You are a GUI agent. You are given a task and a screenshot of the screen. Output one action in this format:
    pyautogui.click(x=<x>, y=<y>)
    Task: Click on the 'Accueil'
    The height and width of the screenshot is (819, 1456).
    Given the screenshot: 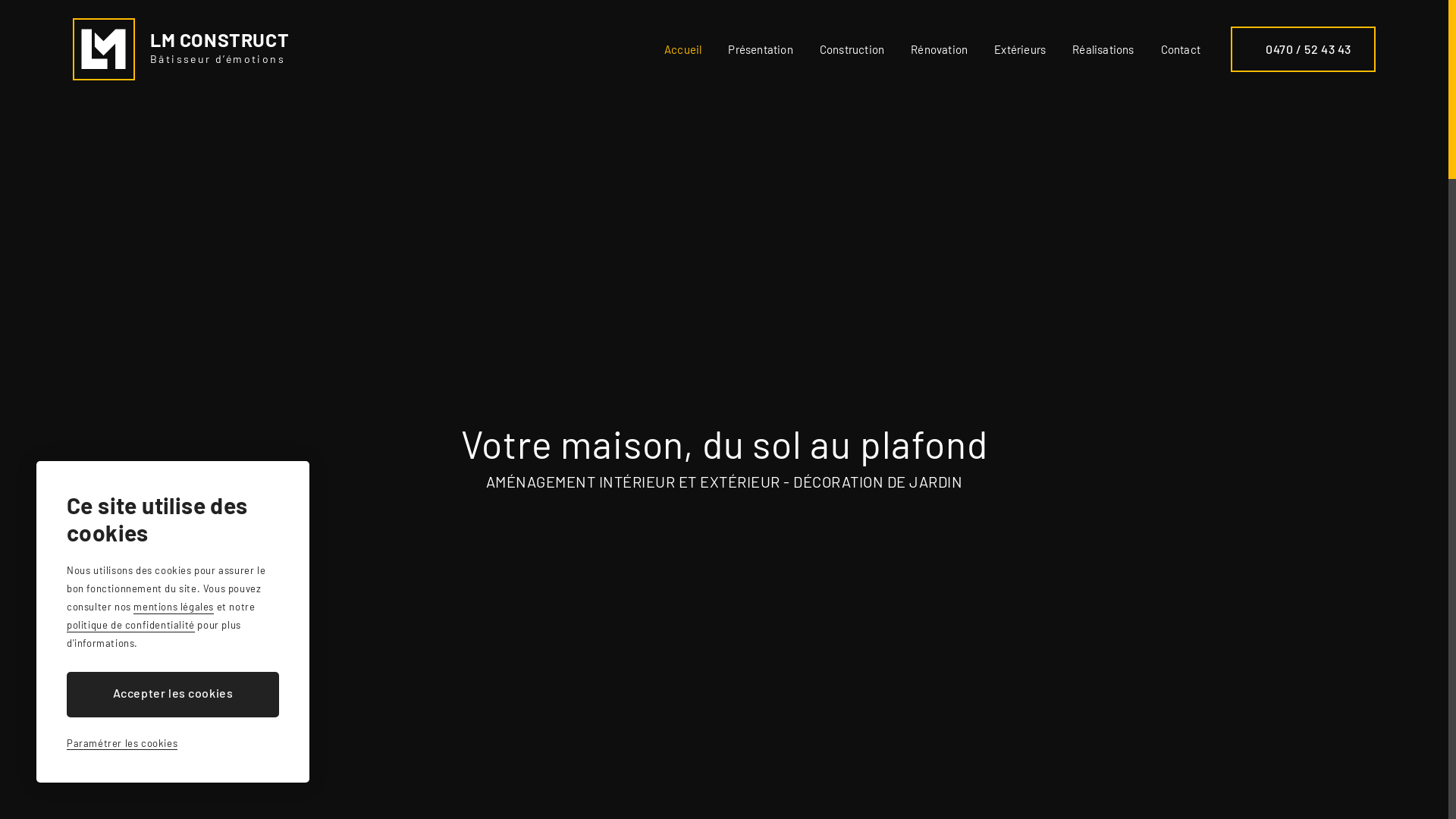 What is the action you would take?
    pyautogui.click(x=664, y=49)
    